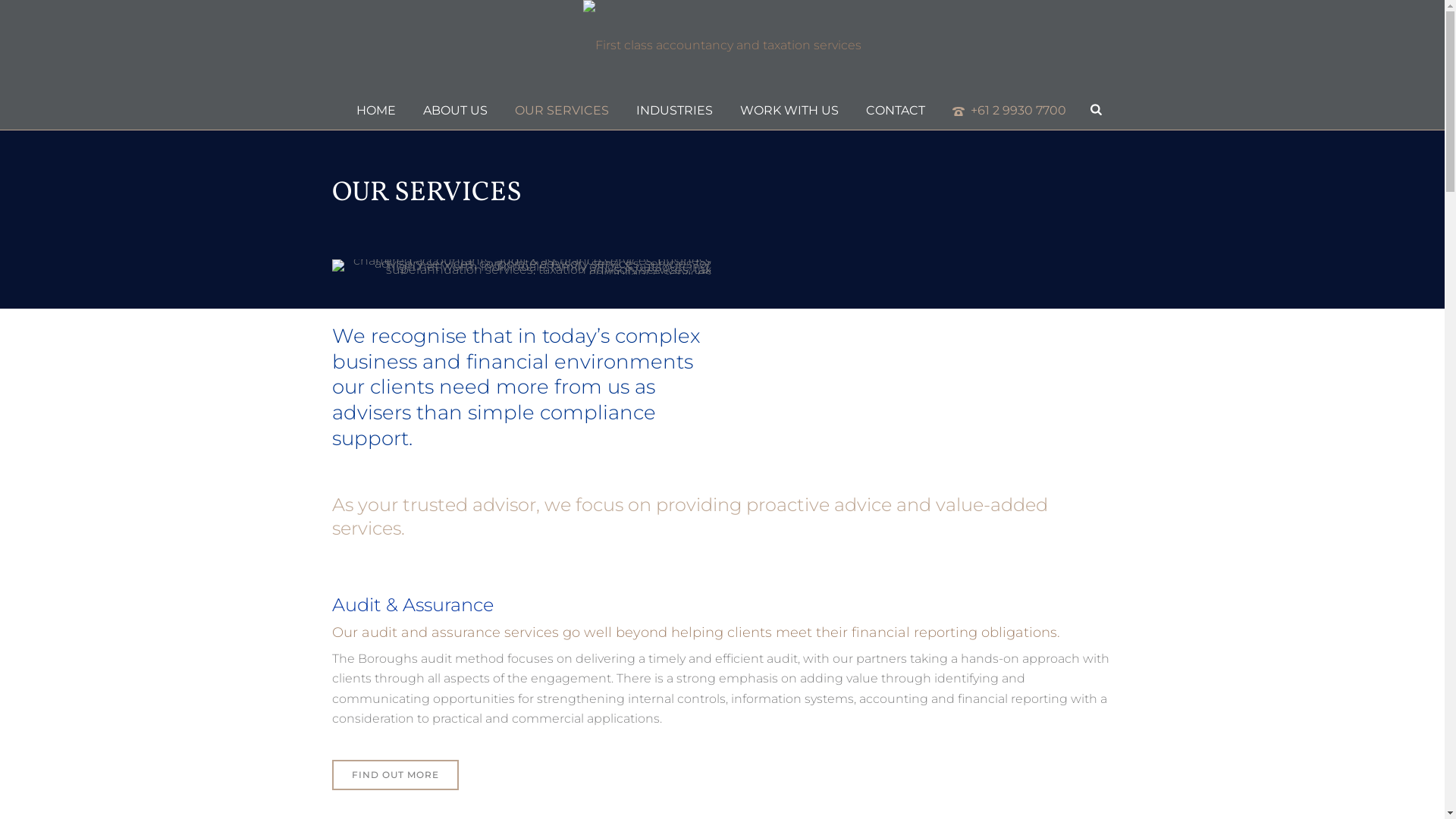 The width and height of the screenshot is (1456, 819). Describe the element at coordinates (395, 775) in the screenshot. I see `'FIND OUT MORE'` at that location.